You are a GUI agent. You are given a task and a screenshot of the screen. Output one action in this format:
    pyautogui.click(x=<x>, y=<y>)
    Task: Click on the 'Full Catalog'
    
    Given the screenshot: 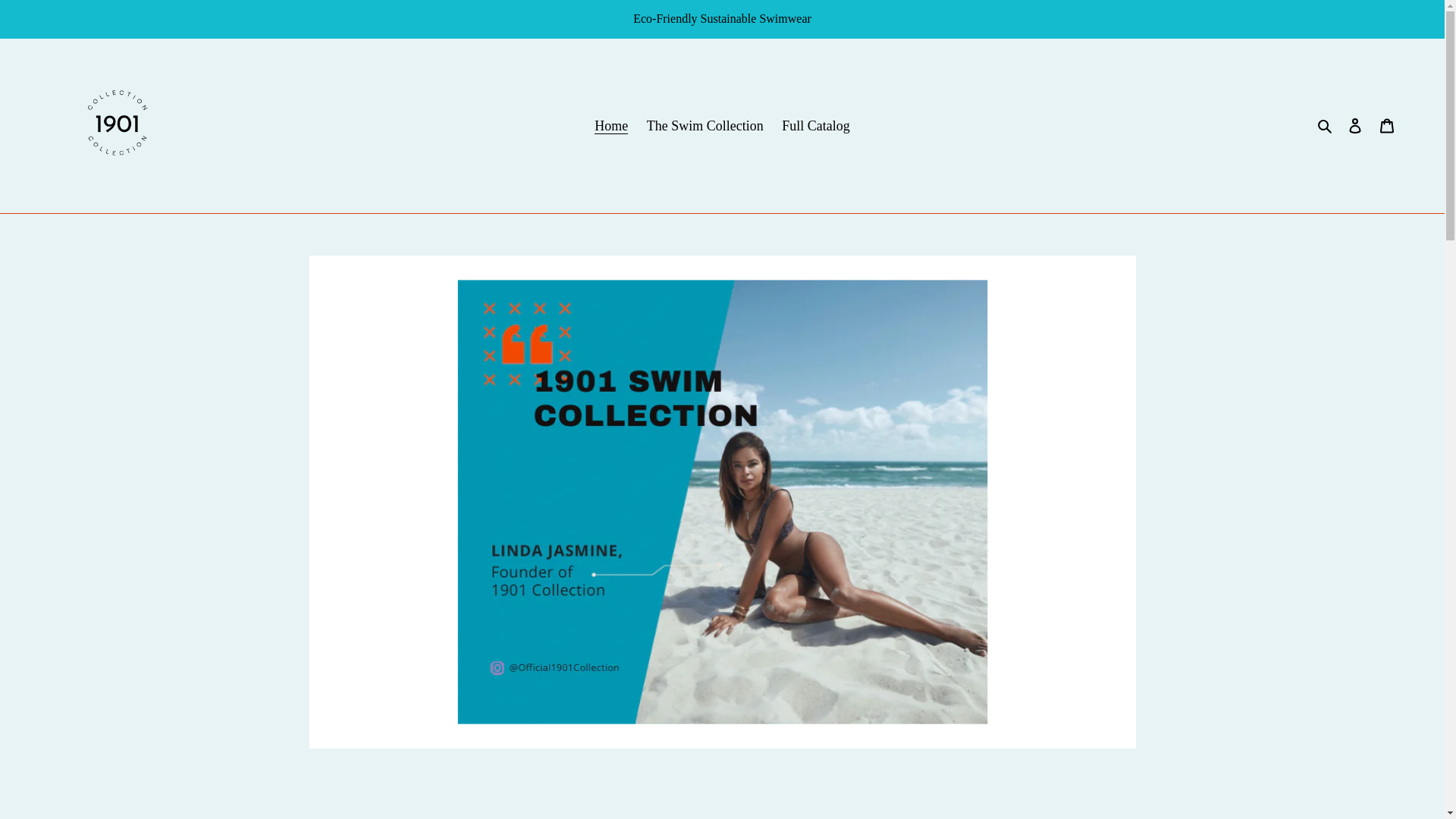 What is the action you would take?
    pyautogui.click(x=774, y=125)
    